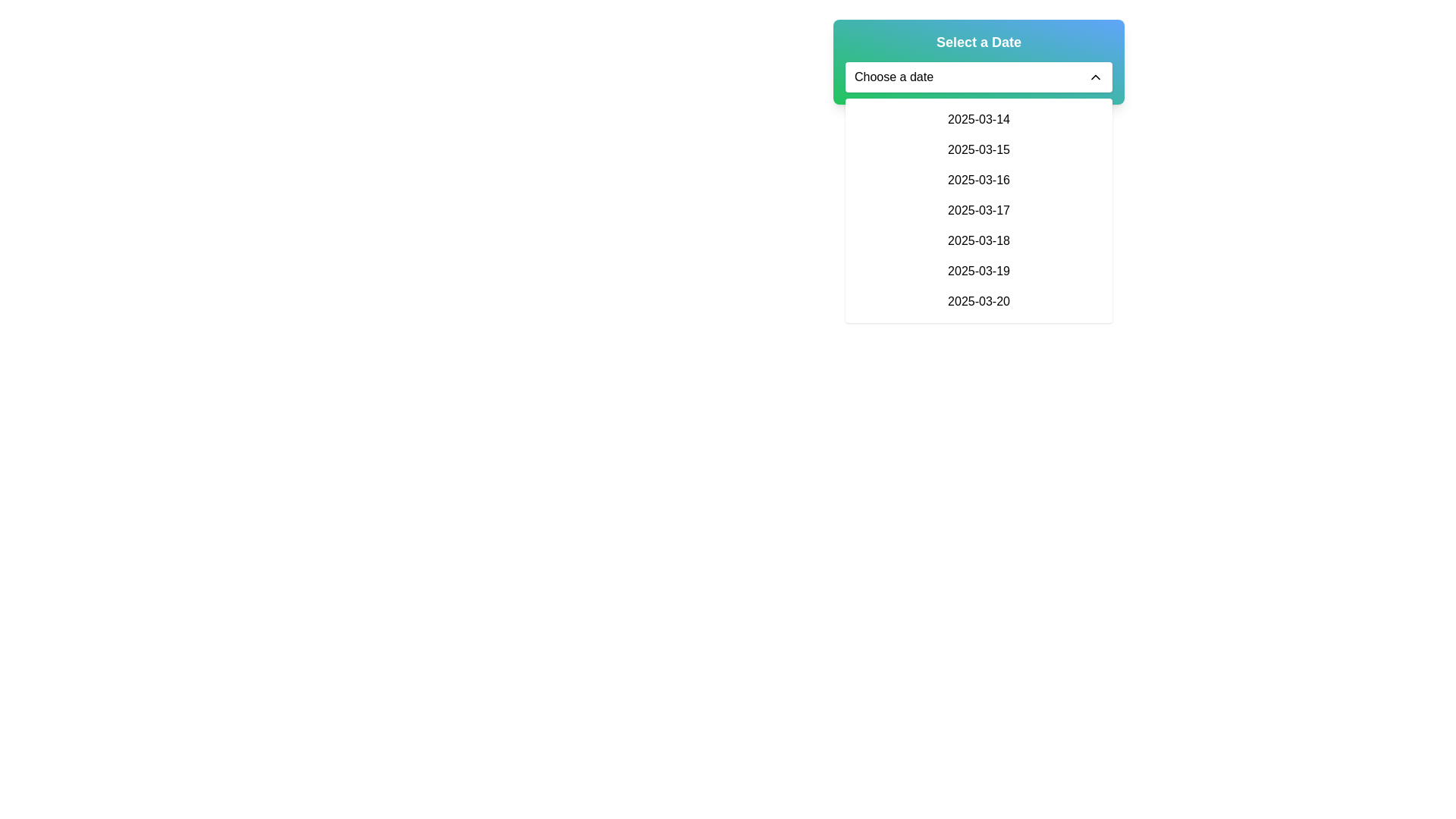 The height and width of the screenshot is (819, 1456). What do you see at coordinates (979, 210) in the screenshot?
I see `to select the fourth date option ('2025-03-17') from the dropdown menu located below the 'Choose a date' button` at bounding box center [979, 210].